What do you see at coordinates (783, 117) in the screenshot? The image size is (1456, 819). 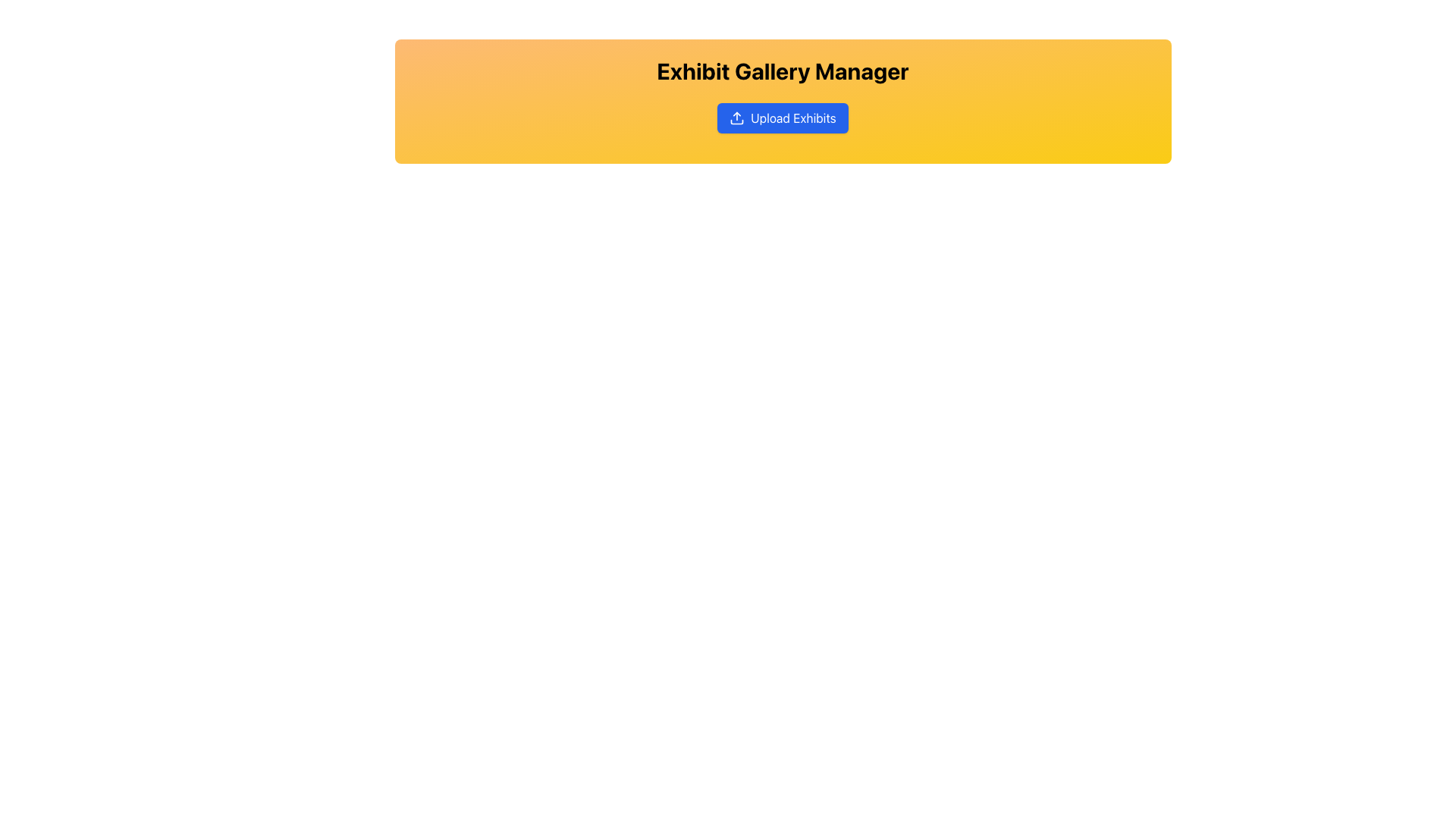 I see `the upload exhibits button located centrally below the 'Exhibit Gallery Manager' header for keyboard interaction` at bounding box center [783, 117].